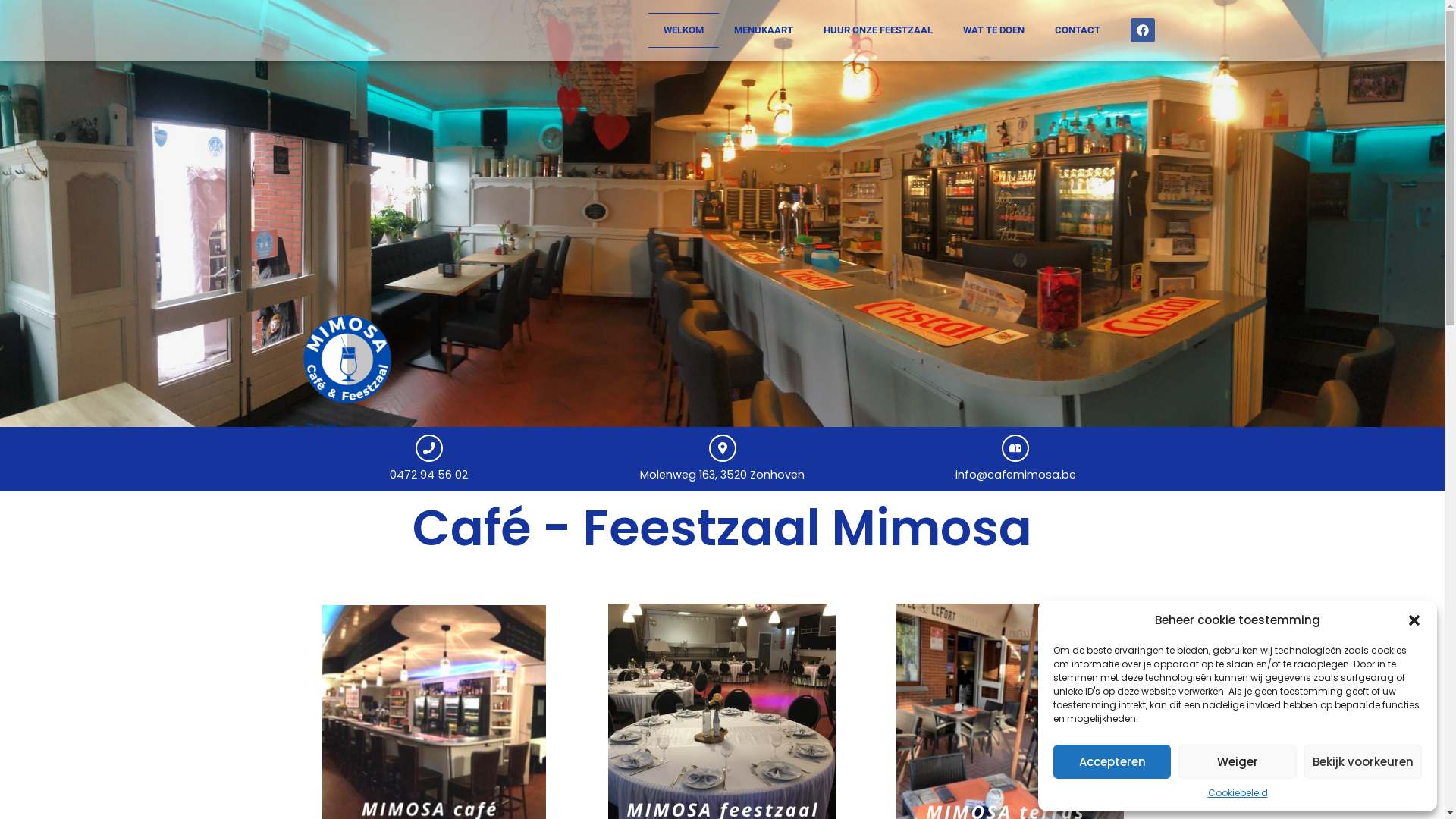 Image resolution: width=1456 pixels, height=819 pixels. What do you see at coordinates (682, 30) in the screenshot?
I see `'WELKOM'` at bounding box center [682, 30].